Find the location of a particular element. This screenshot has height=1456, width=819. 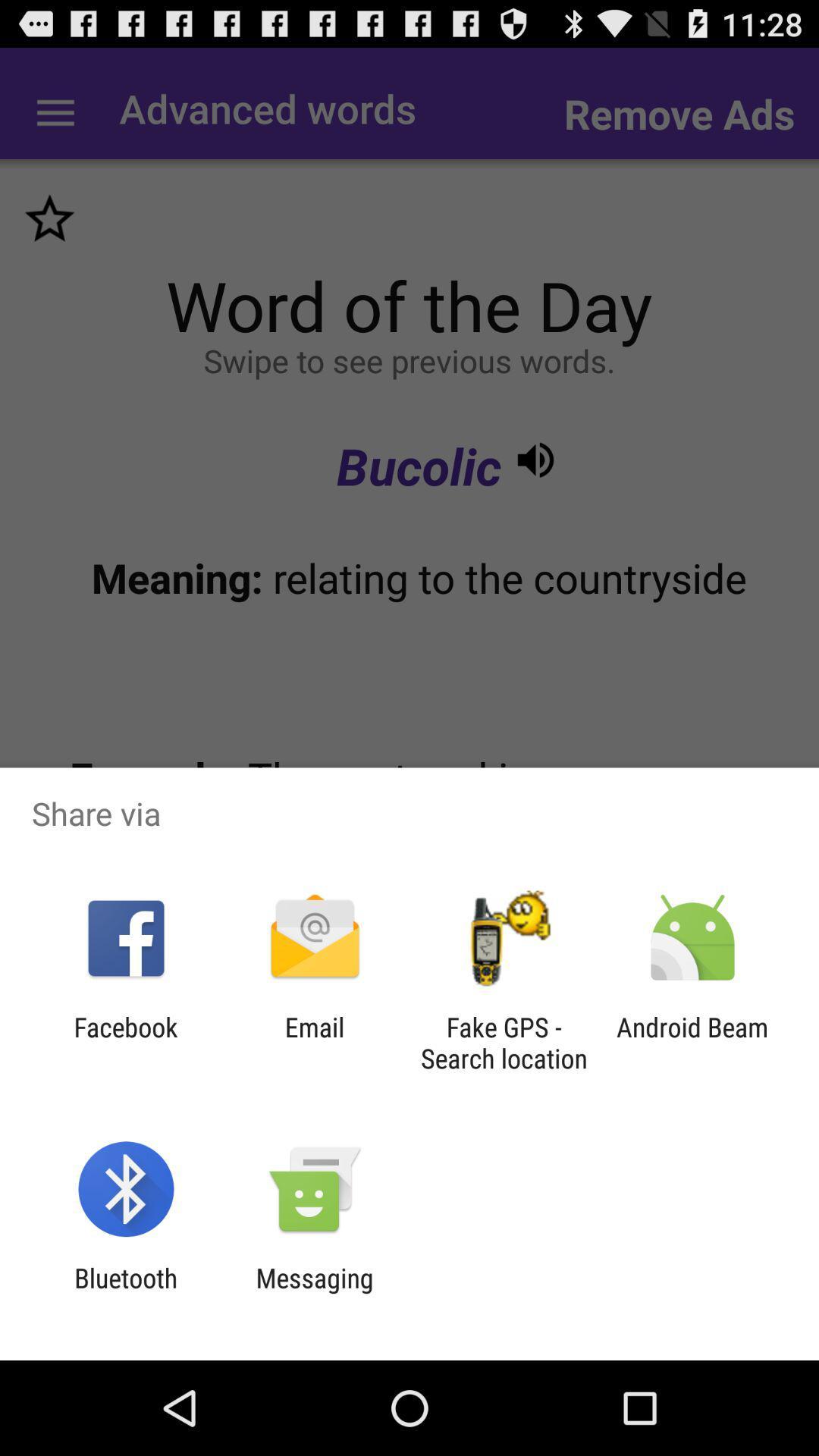

item to the right of the bluetooth item is located at coordinates (314, 1293).